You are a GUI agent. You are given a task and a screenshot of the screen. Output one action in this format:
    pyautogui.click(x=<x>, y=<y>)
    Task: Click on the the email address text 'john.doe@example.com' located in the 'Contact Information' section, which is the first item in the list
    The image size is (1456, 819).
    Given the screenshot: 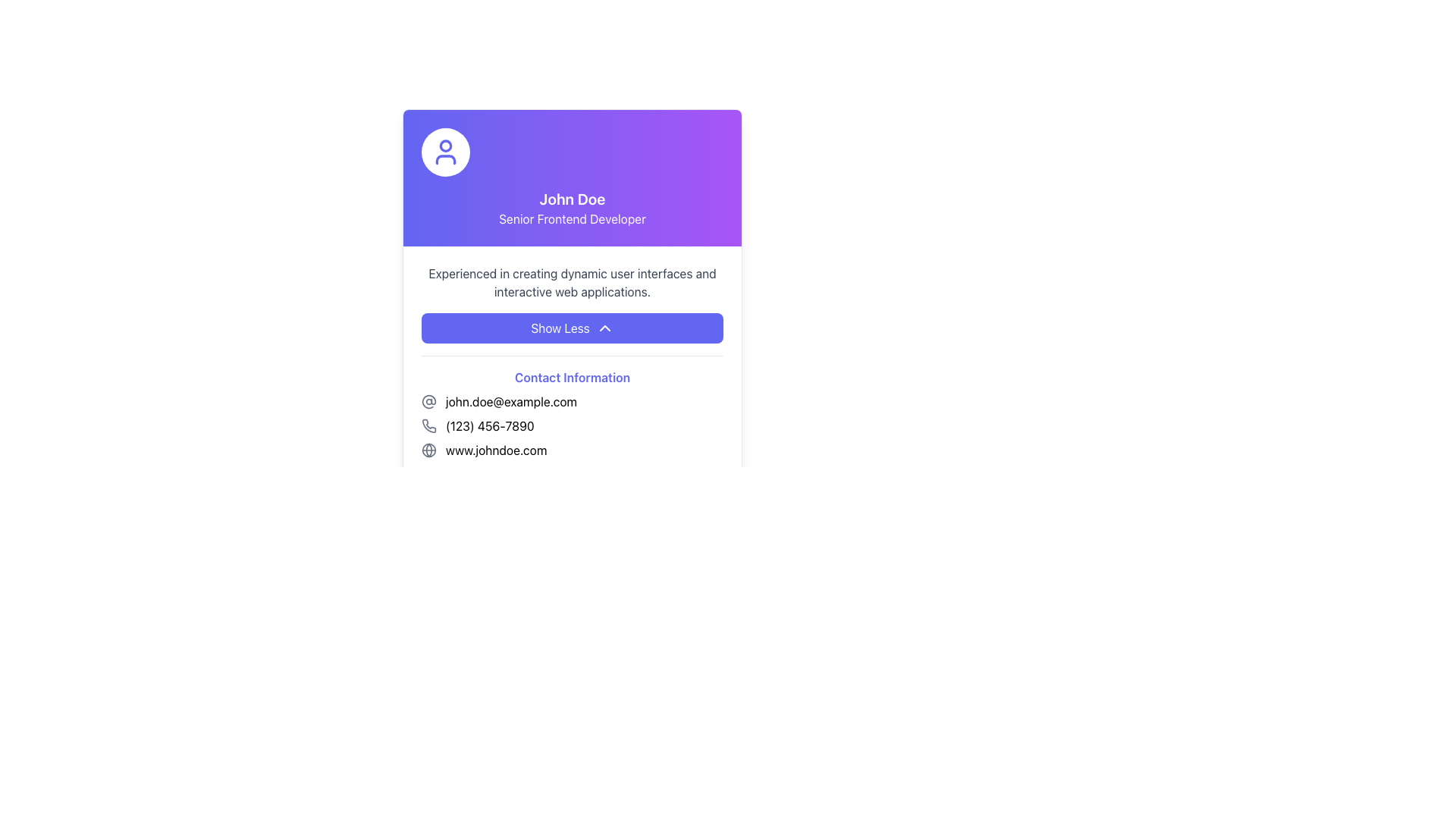 What is the action you would take?
    pyautogui.click(x=571, y=400)
    